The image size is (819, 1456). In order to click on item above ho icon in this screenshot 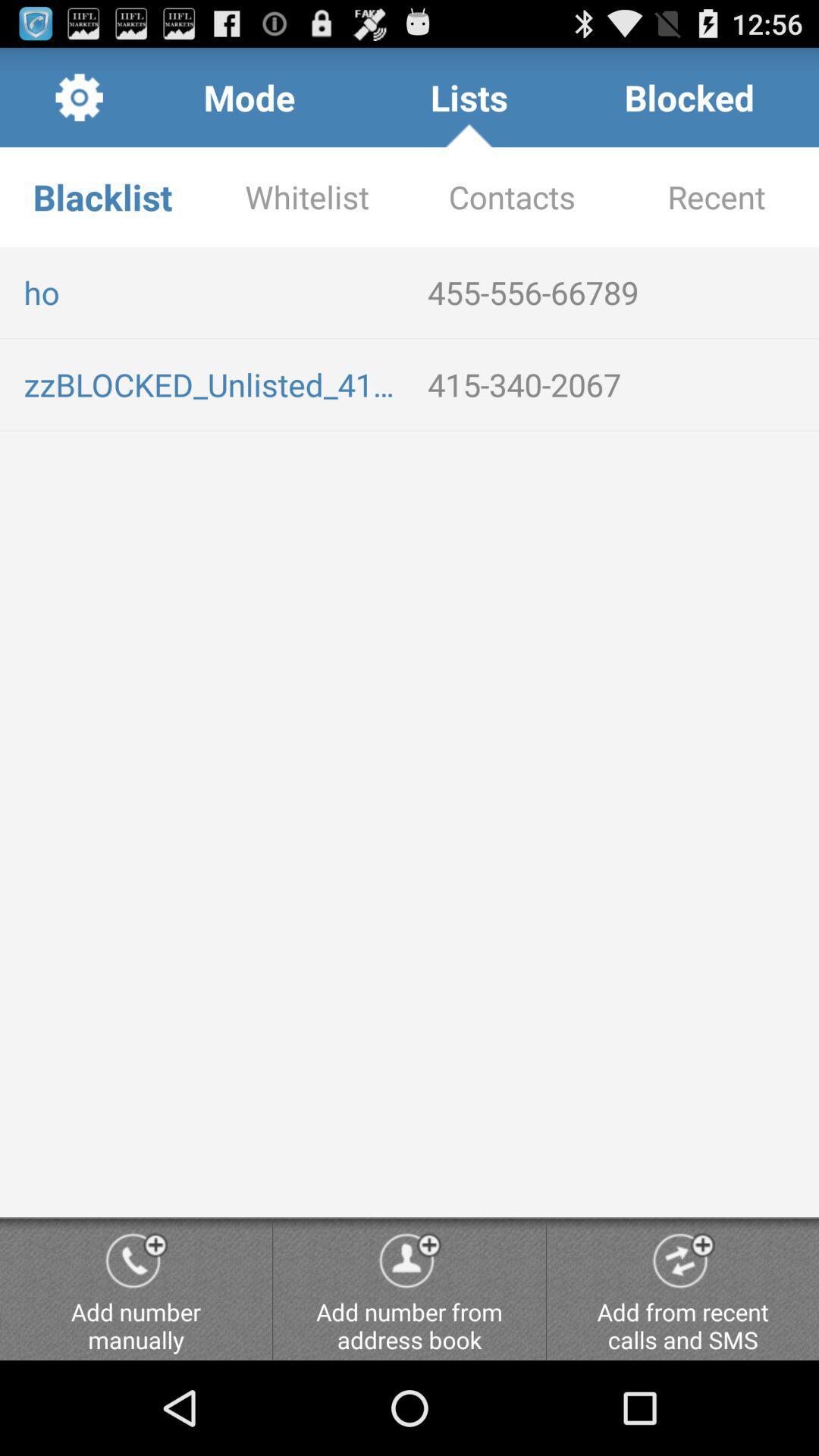, I will do `click(512, 196)`.